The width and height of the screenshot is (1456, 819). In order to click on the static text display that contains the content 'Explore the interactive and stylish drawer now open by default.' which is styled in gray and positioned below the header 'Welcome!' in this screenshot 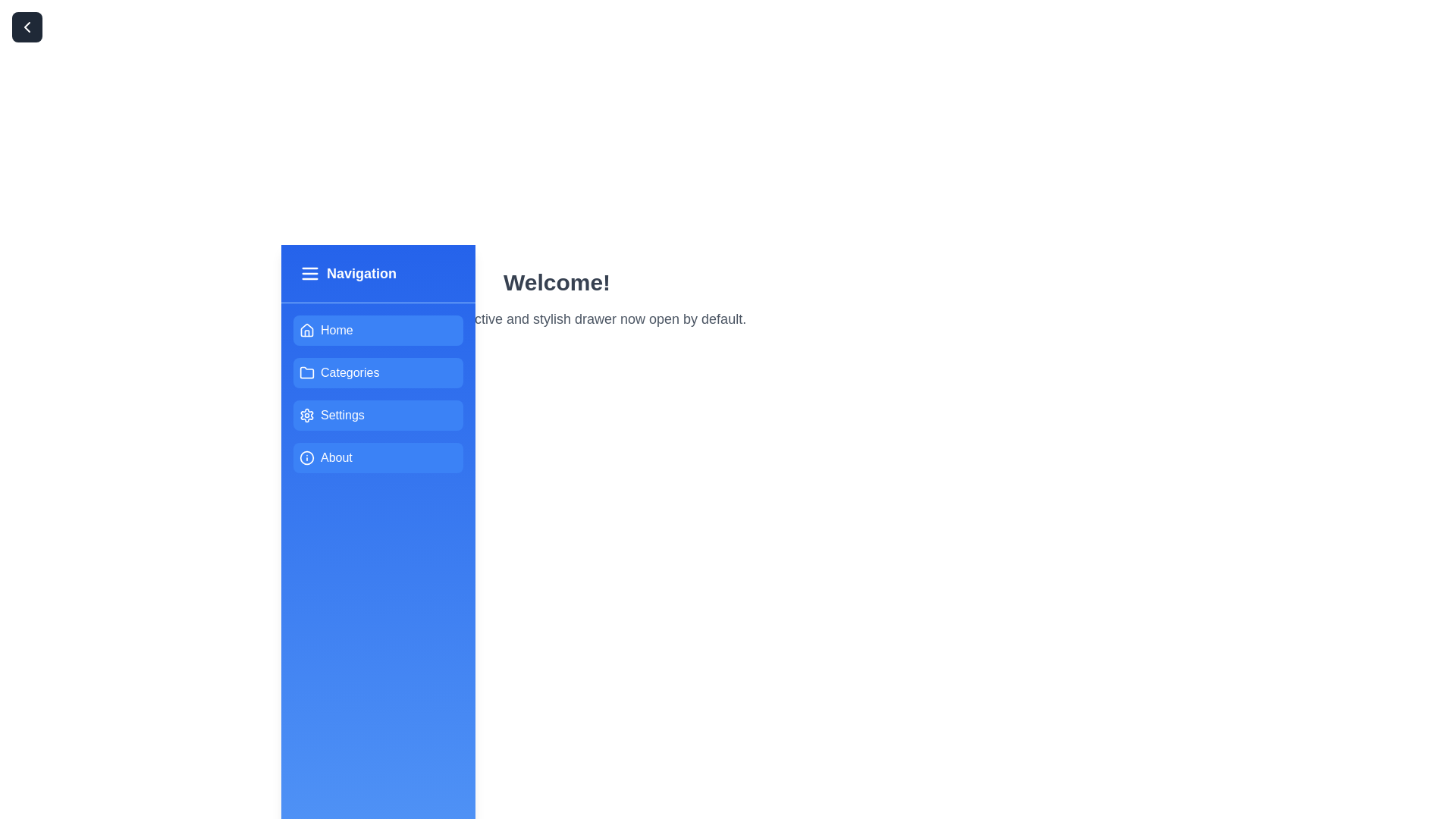, I will do `click(556, 318)`.